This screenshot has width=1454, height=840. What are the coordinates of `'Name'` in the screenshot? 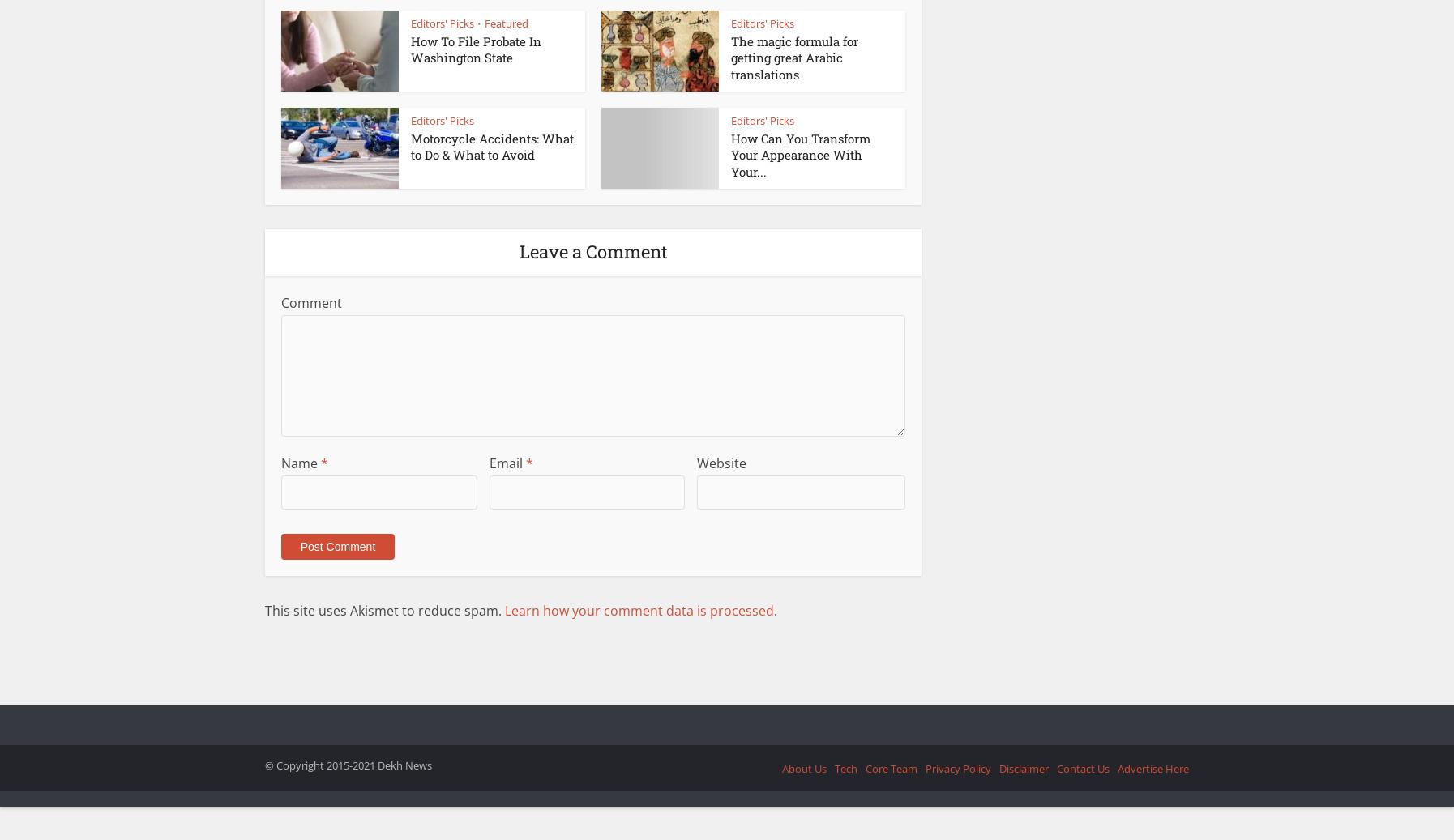 It's located at (300, 463).